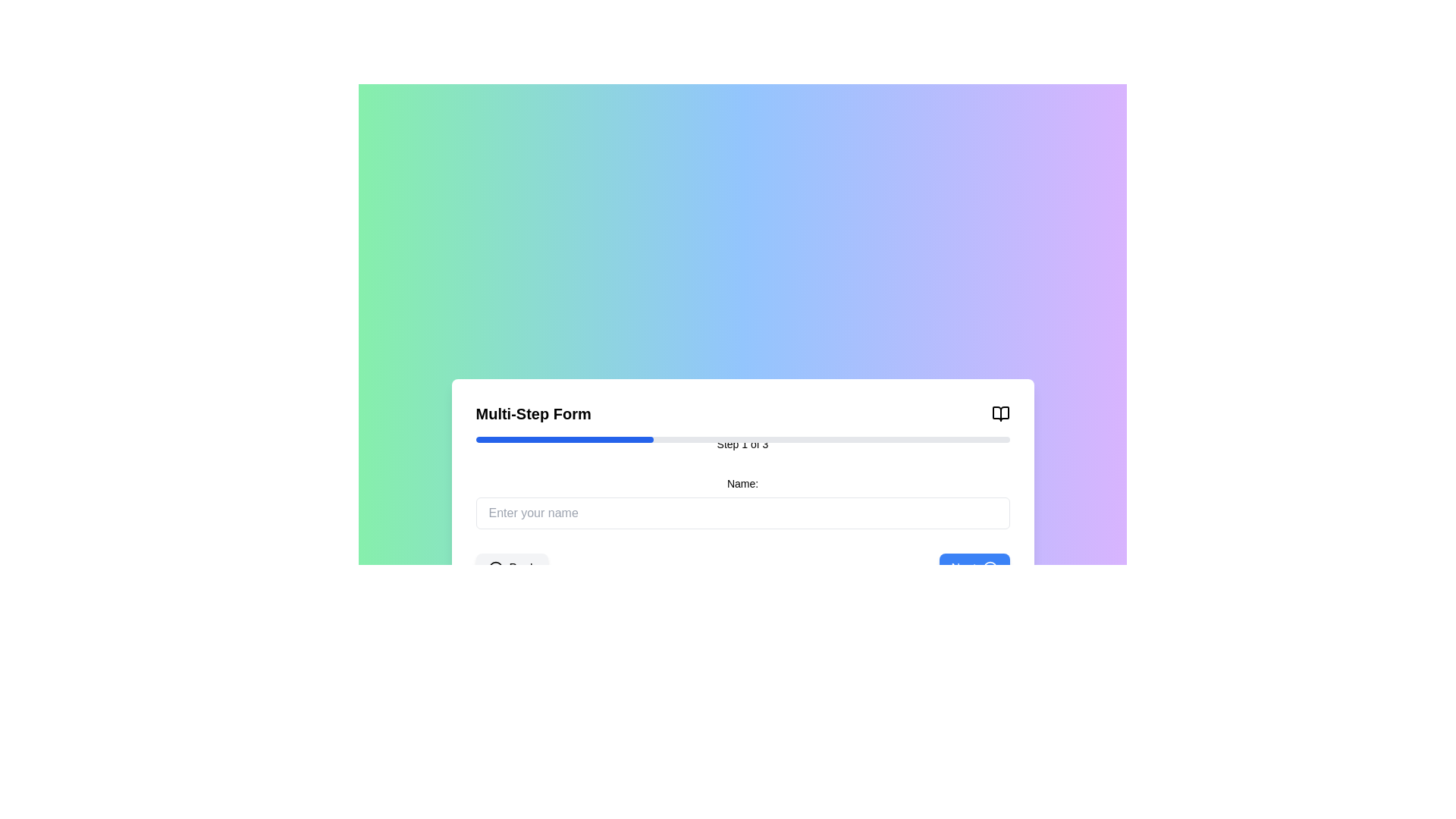 Image resolution: width=1456 pixels, height=819 pixels. I want to click on the rightward-pointing arrow icon within the blue rounded rectangle button labeled 'Next', located at the far right of the button, so click(990, 568).